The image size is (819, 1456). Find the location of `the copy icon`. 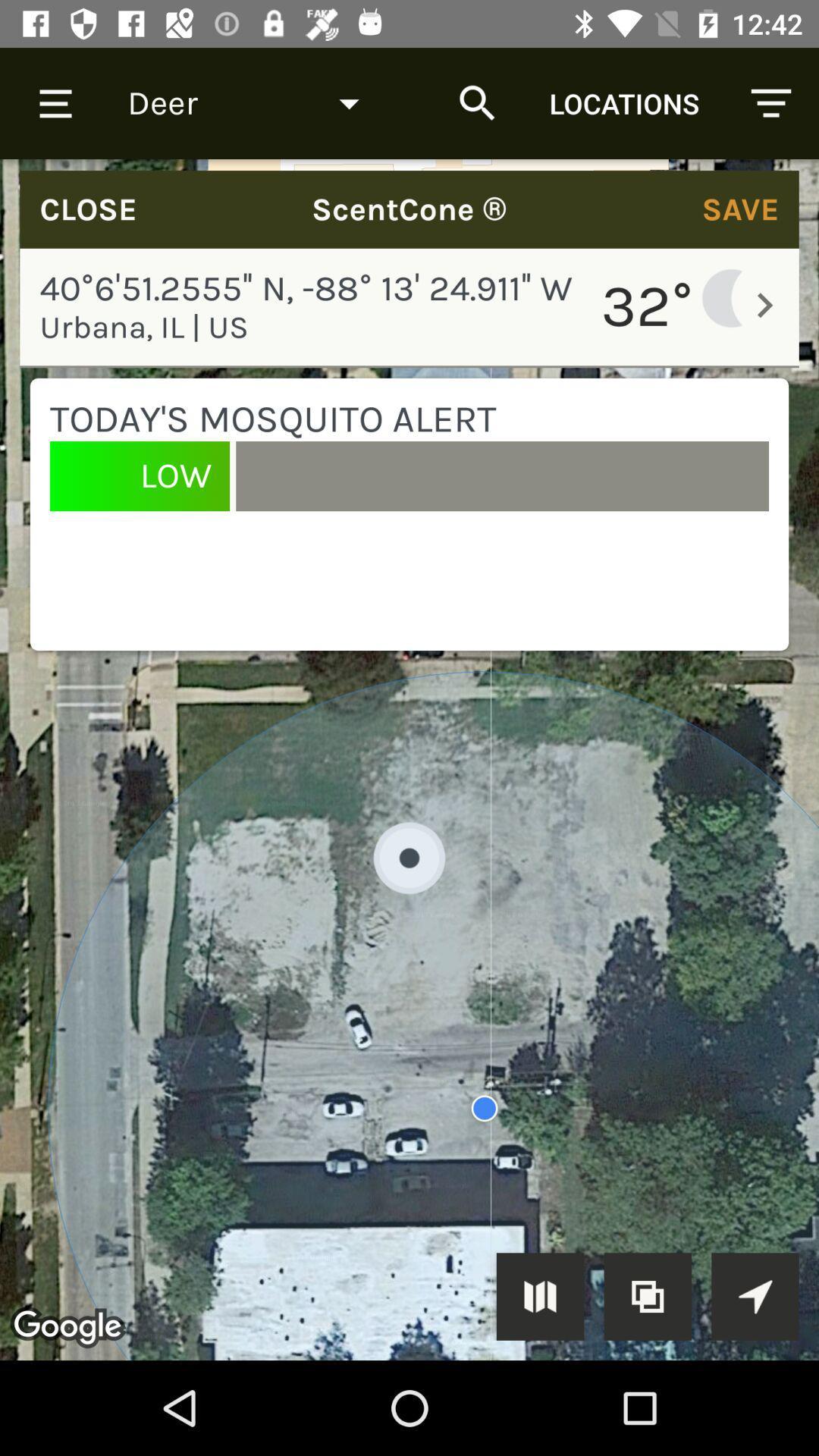

the copy icon is located at coordinates (648, 1295).